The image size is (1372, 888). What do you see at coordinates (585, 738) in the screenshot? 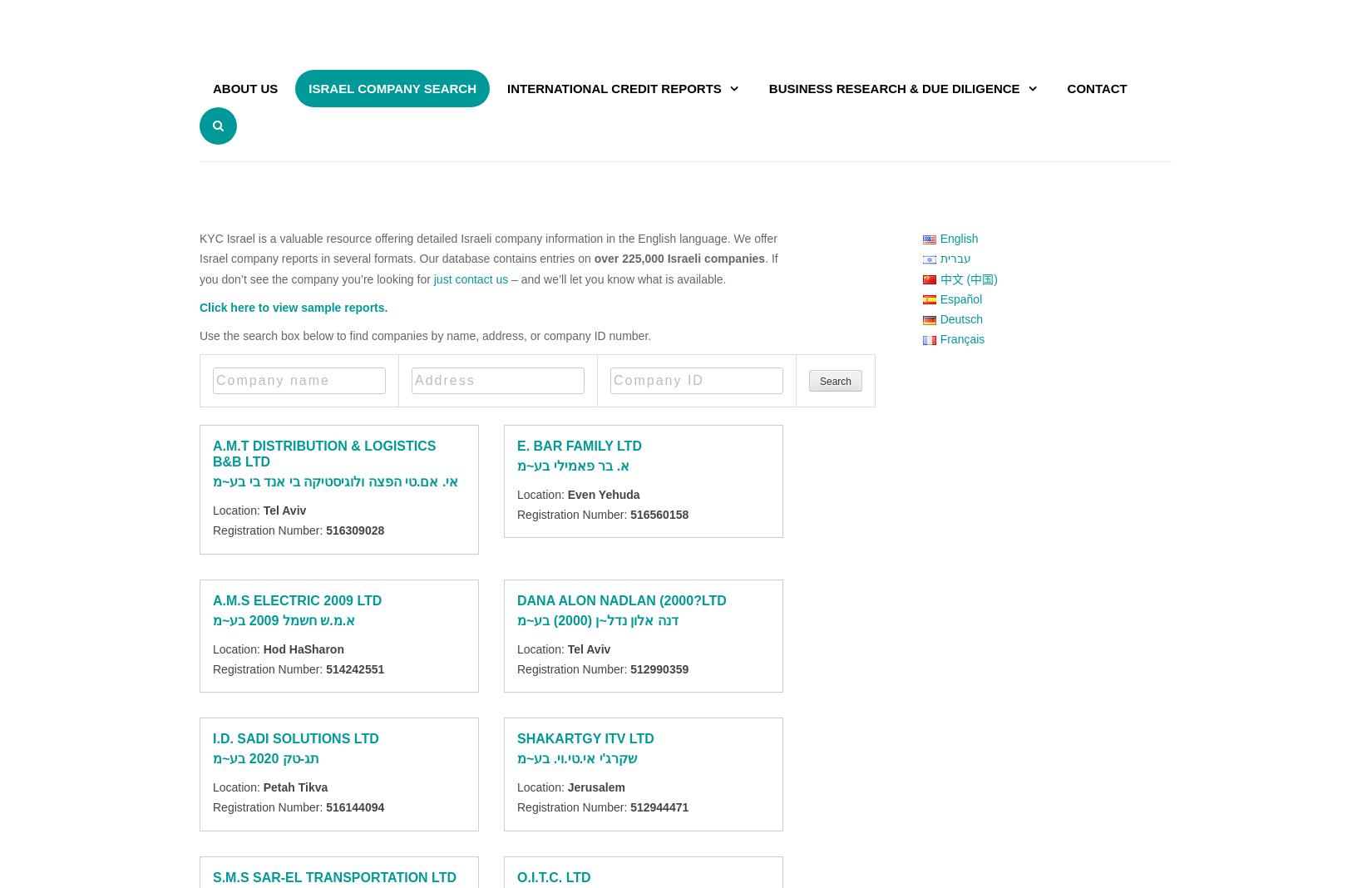
I see `'SHAKARTGY ITV LTD'` at bounding box center [585, 738].